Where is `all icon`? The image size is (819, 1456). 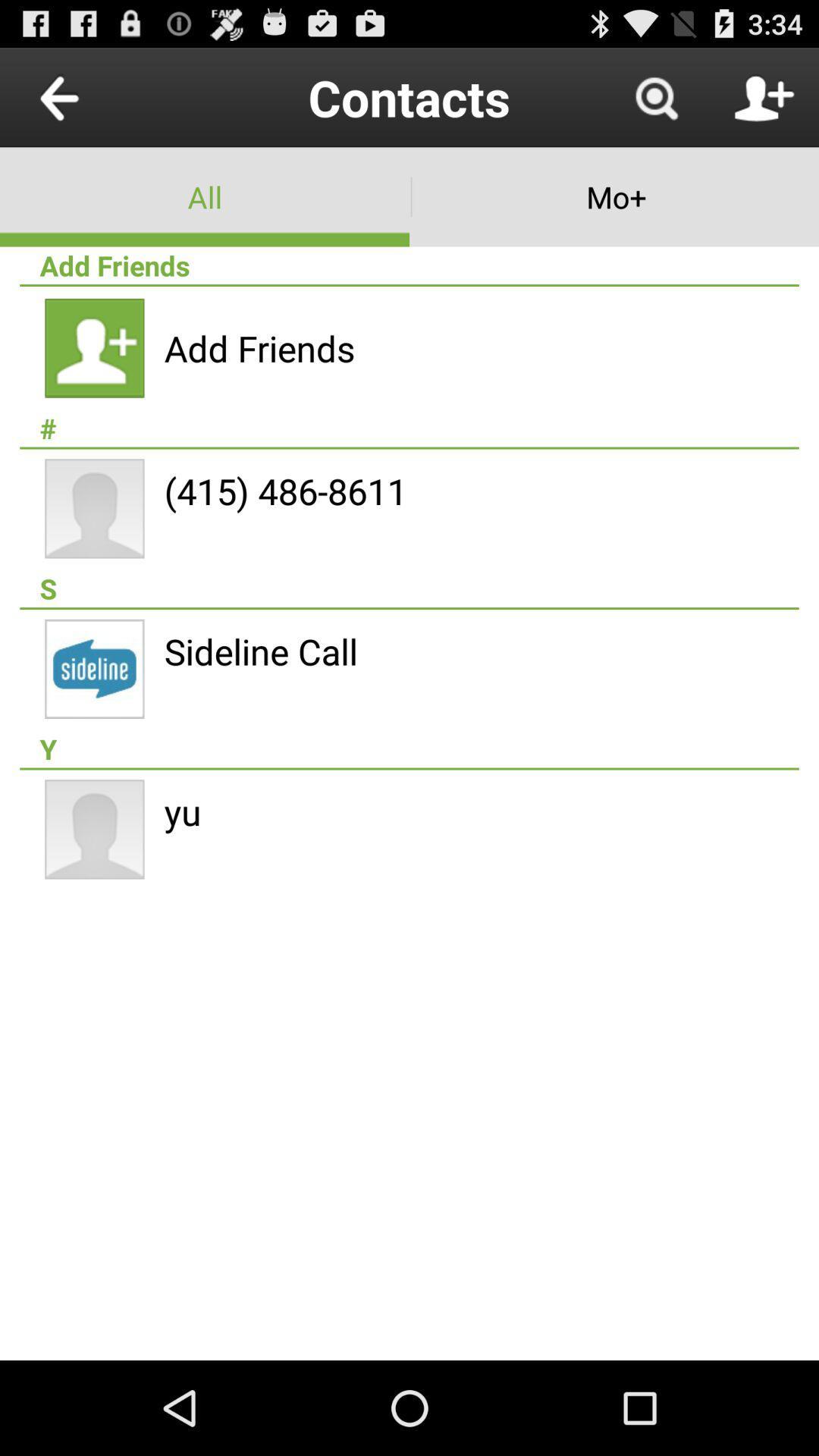 all icon is located at coordinates (205, 196).